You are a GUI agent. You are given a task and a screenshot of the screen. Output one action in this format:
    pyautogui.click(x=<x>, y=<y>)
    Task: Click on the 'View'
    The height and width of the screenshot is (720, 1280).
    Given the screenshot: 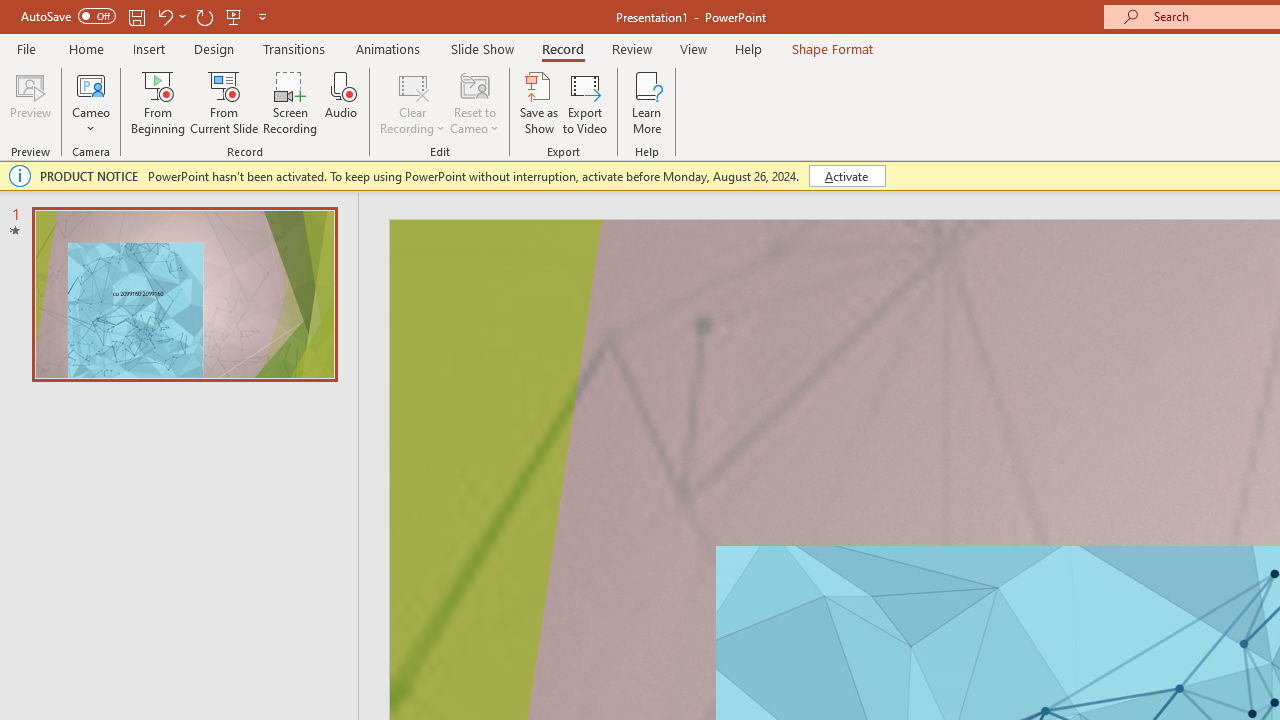 What is the action you would take?
    pyautogui.click(x=693, y=48)
    